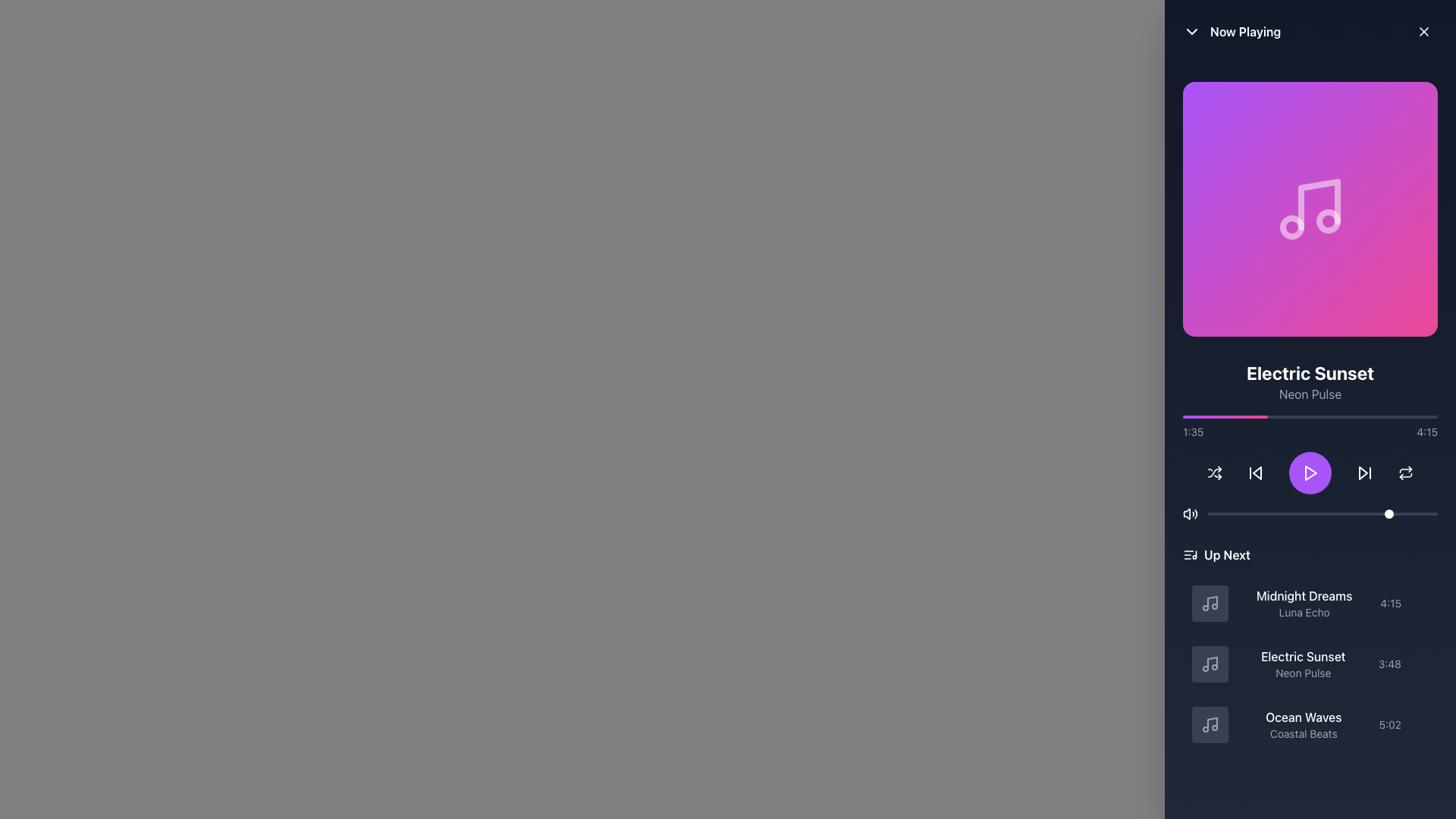  What do you see at coordinates (1210, 602) in the screenshot?
I see `the first icon in the 'Up Next' list, which serves as a thumbnail for the audio track 'Midnight Dreams'` at bounding box center [1210, 602].